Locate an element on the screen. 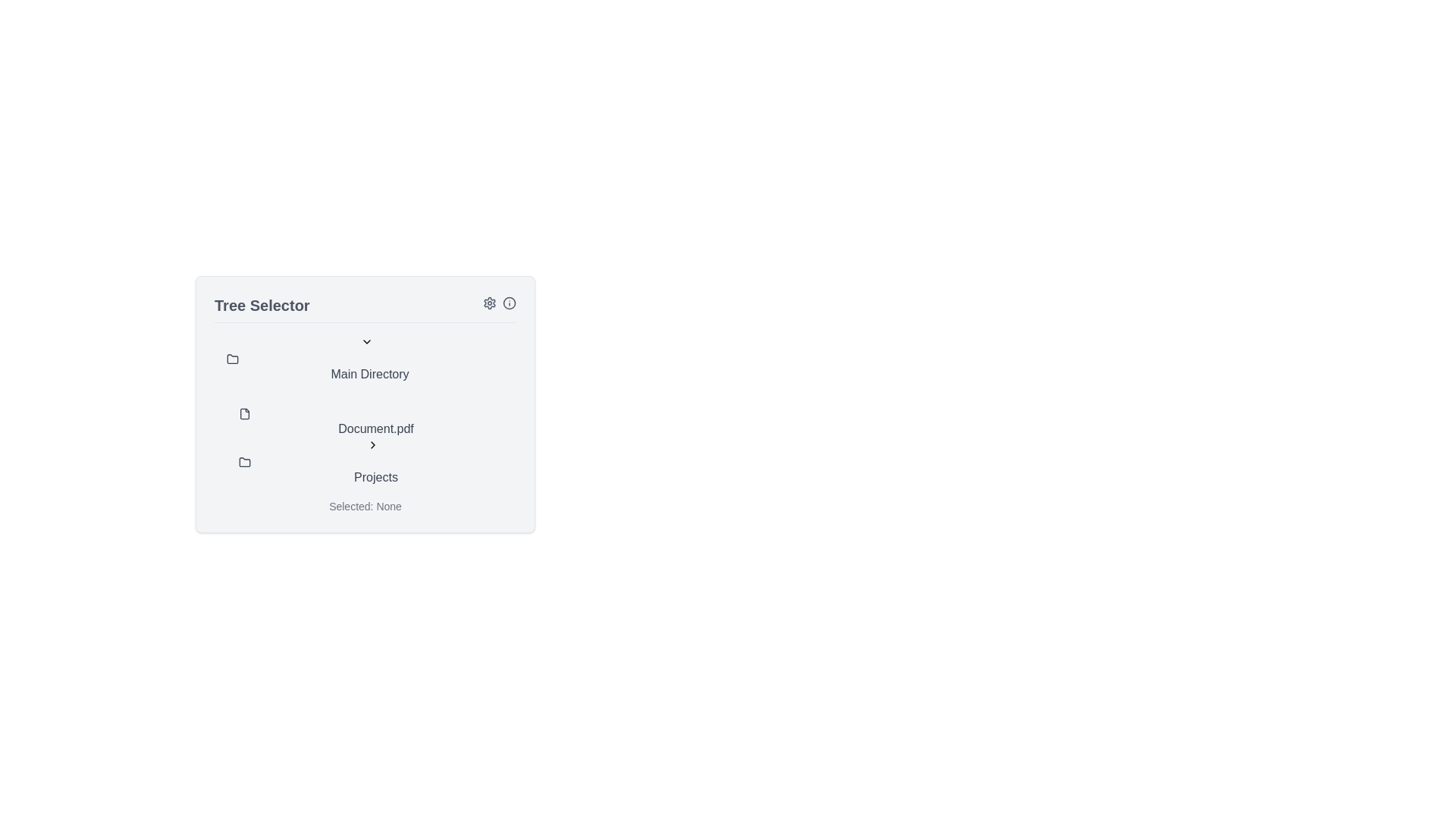  the 'Document.pdf' file in the file navigation section is located at coordinates (378, 438).